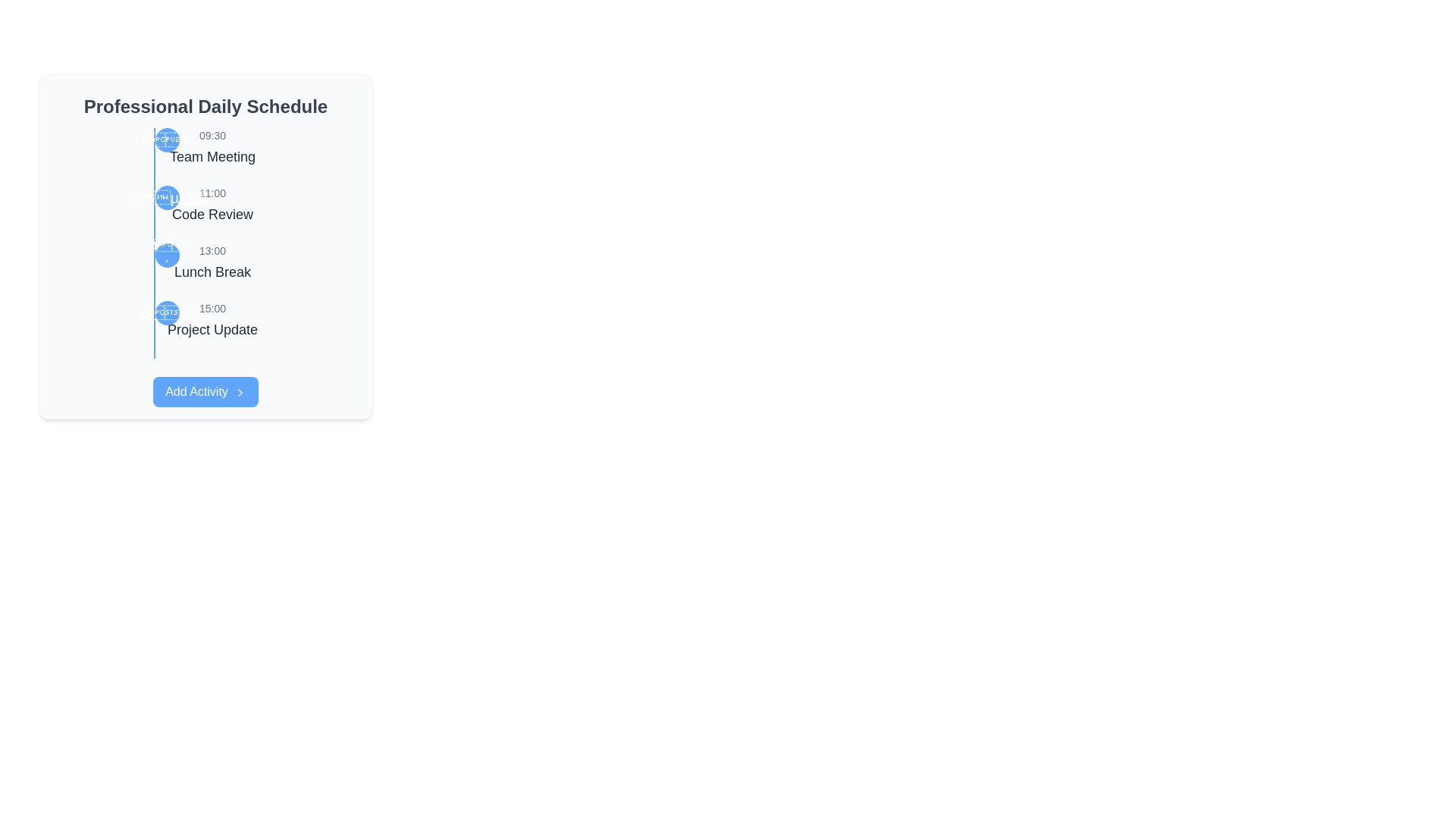  What do you see at coordinates (212, 271) in the screenshot?
I see `text label indicating the name or title of the activity scheduled for 13:00 in the Professional Daily Schedule panel, which is centrally aligned with the third timeline event` at bounding box center [212, 271].